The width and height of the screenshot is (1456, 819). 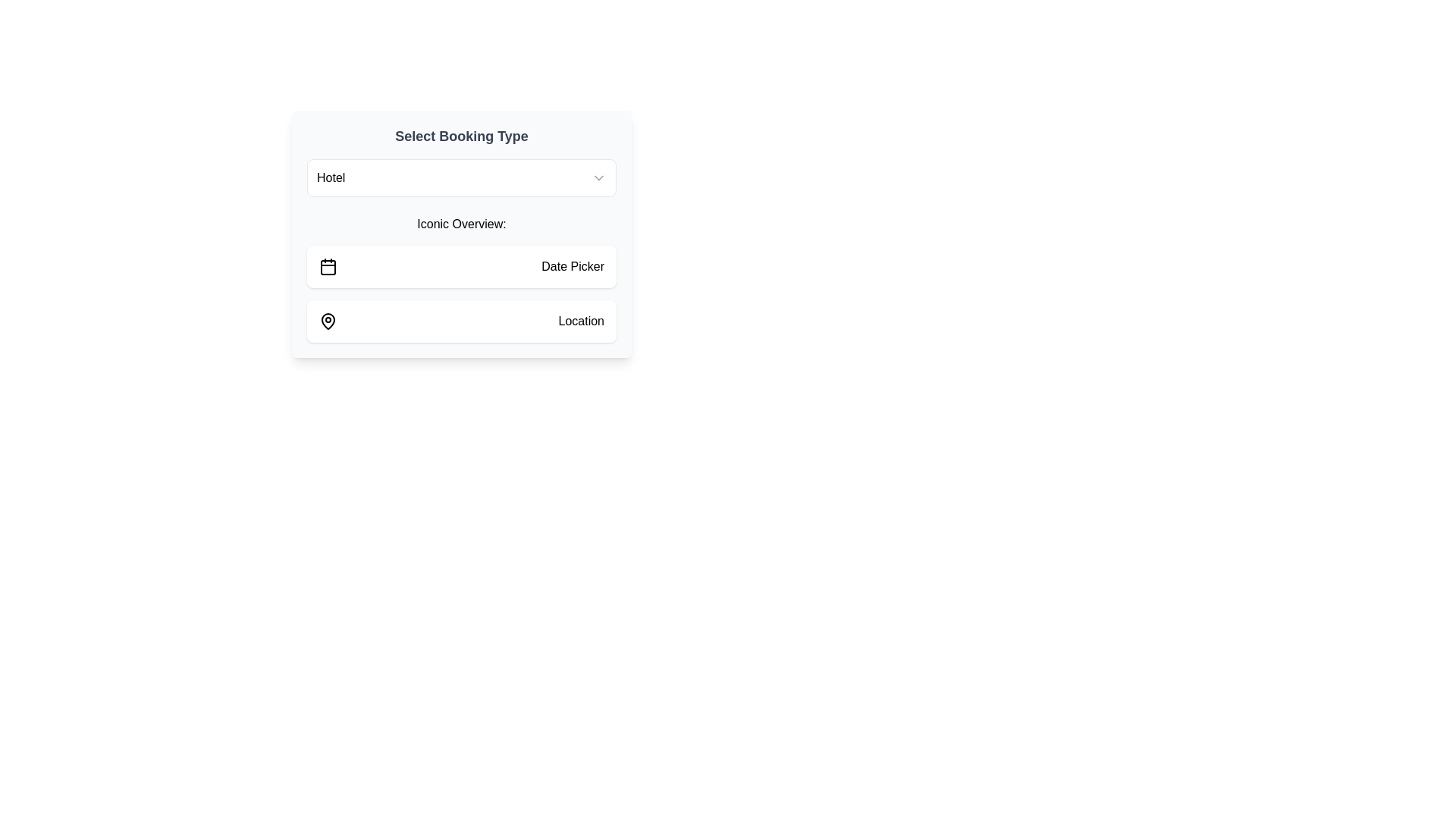 I want to click on the icons in the 'Iconic Overview:' informational panel, so click(x=461, y=278).